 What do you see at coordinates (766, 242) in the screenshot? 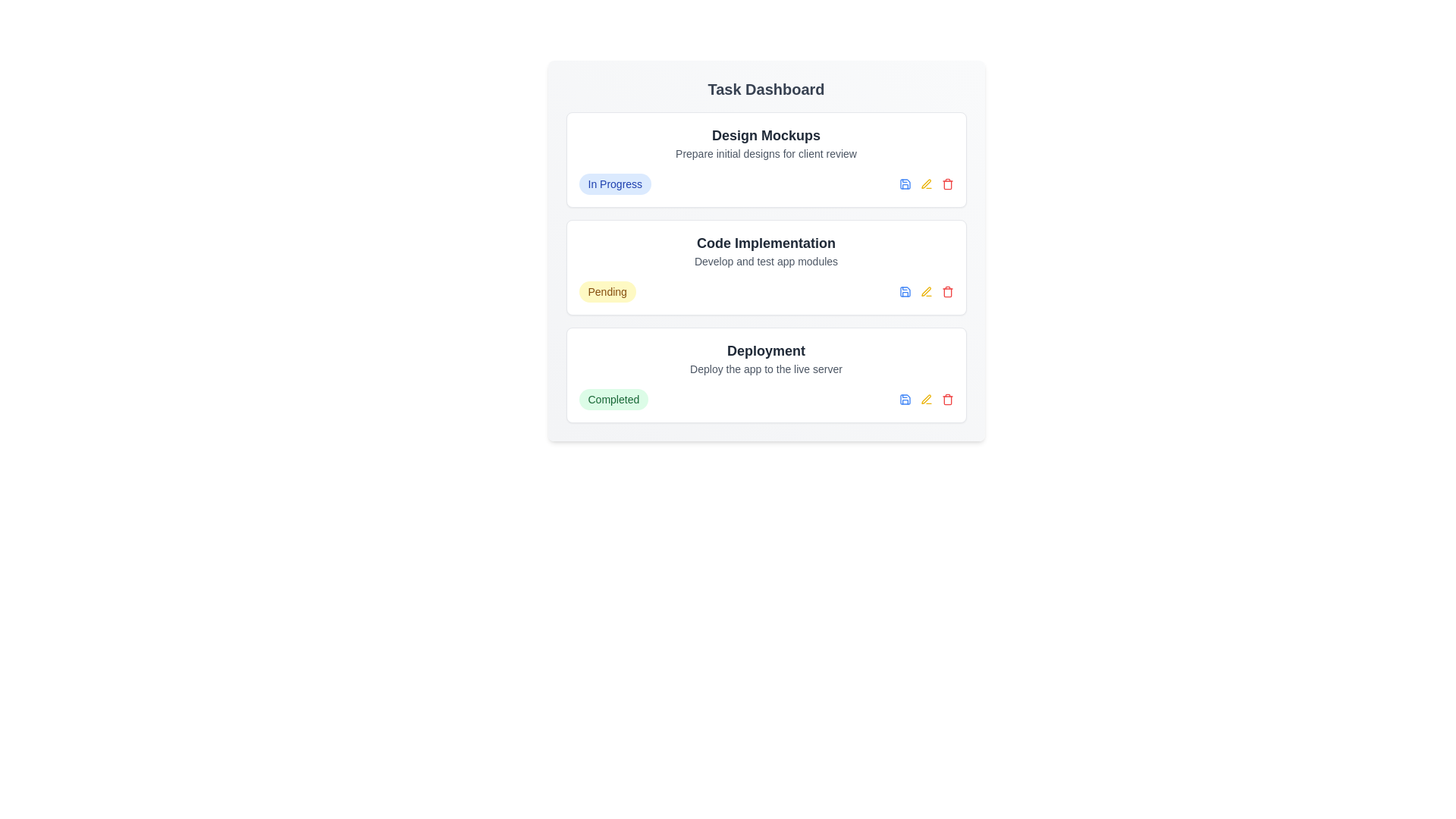
I see `the task title Code Implementation to view its details` at bounding box center [766, 242].